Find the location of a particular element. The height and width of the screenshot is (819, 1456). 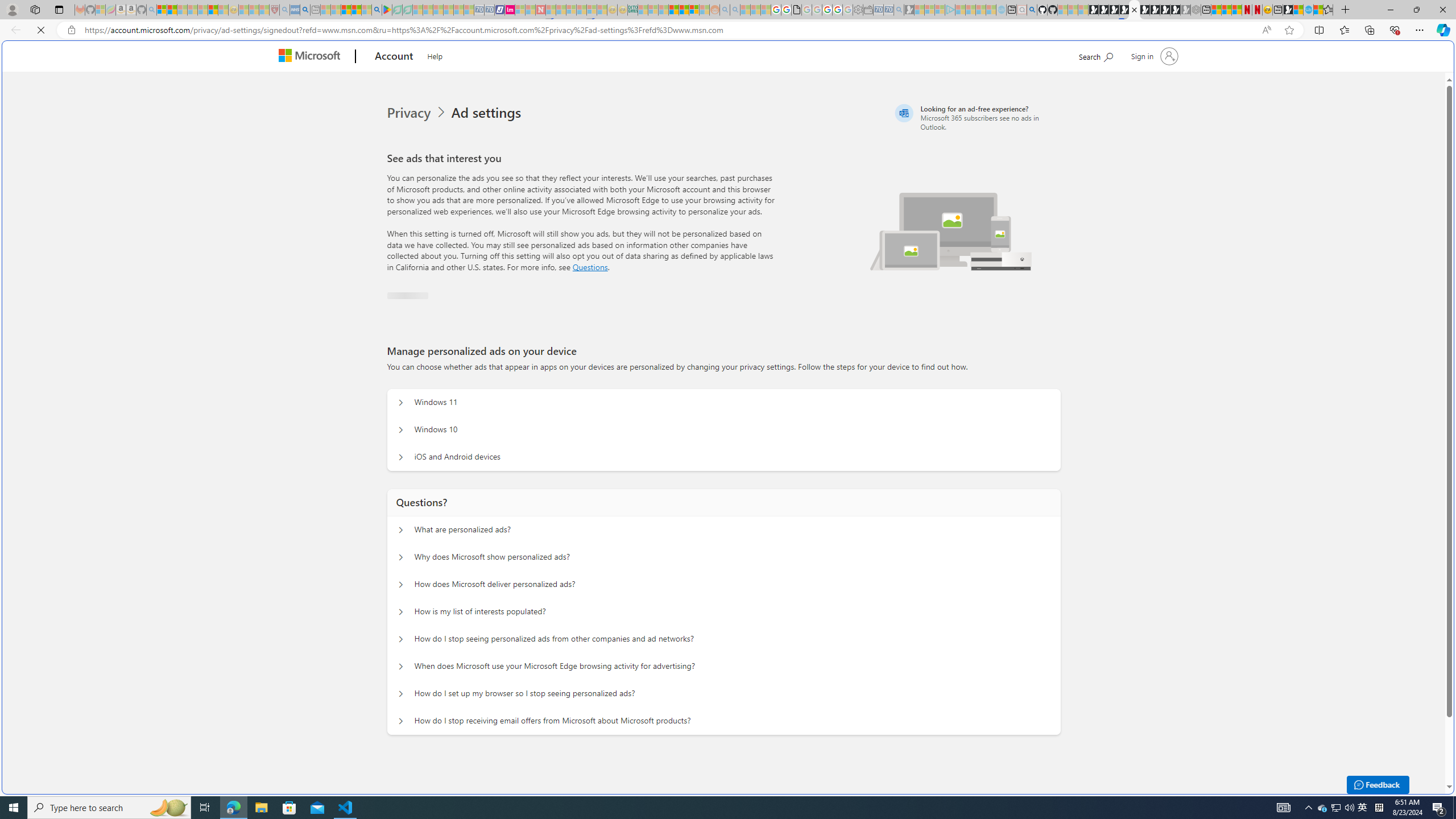

'Illustration of multiple devices' is located at coordinates (950, 224).